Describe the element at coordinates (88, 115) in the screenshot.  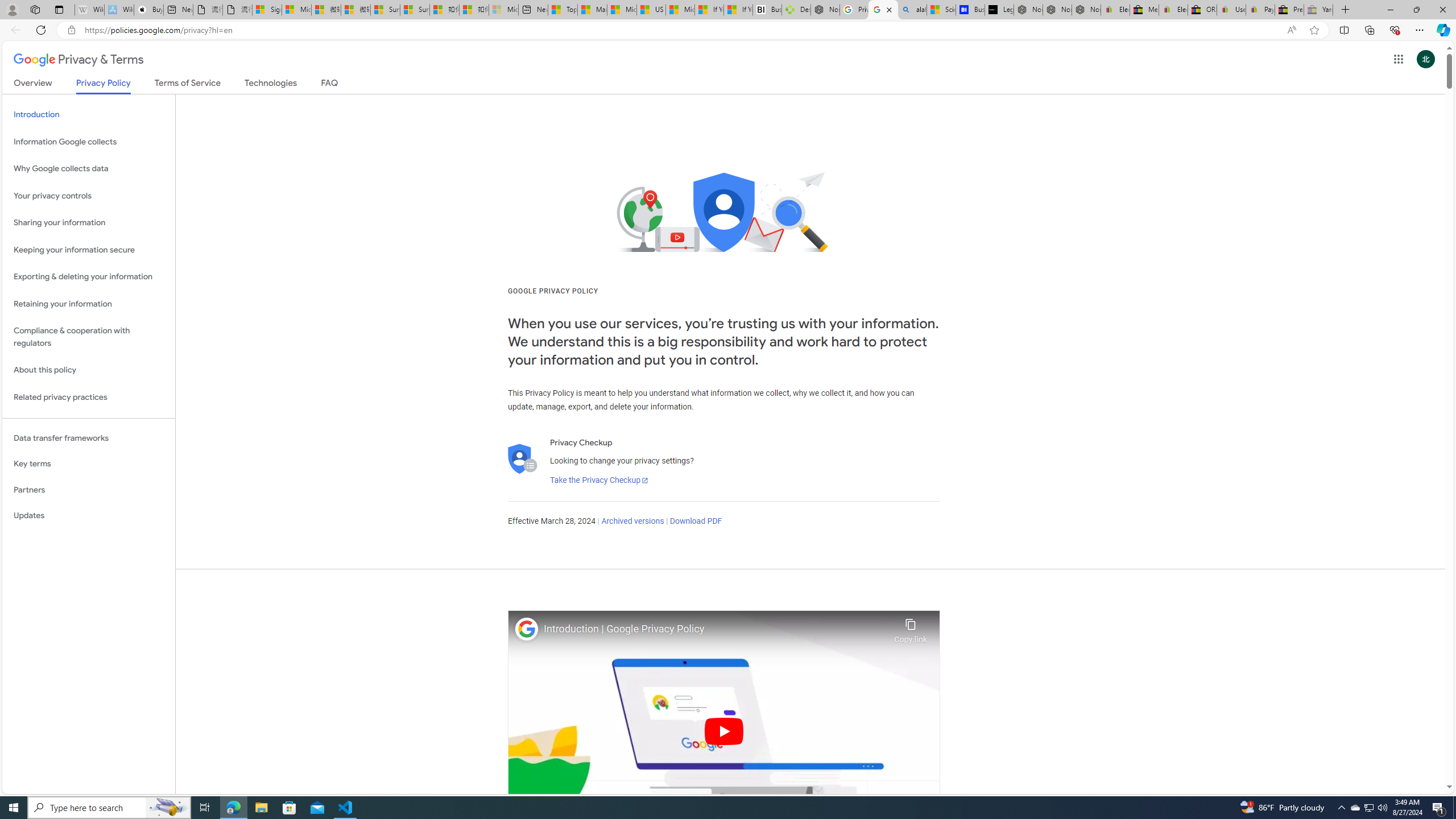
I see `'Introduction'` at that location.